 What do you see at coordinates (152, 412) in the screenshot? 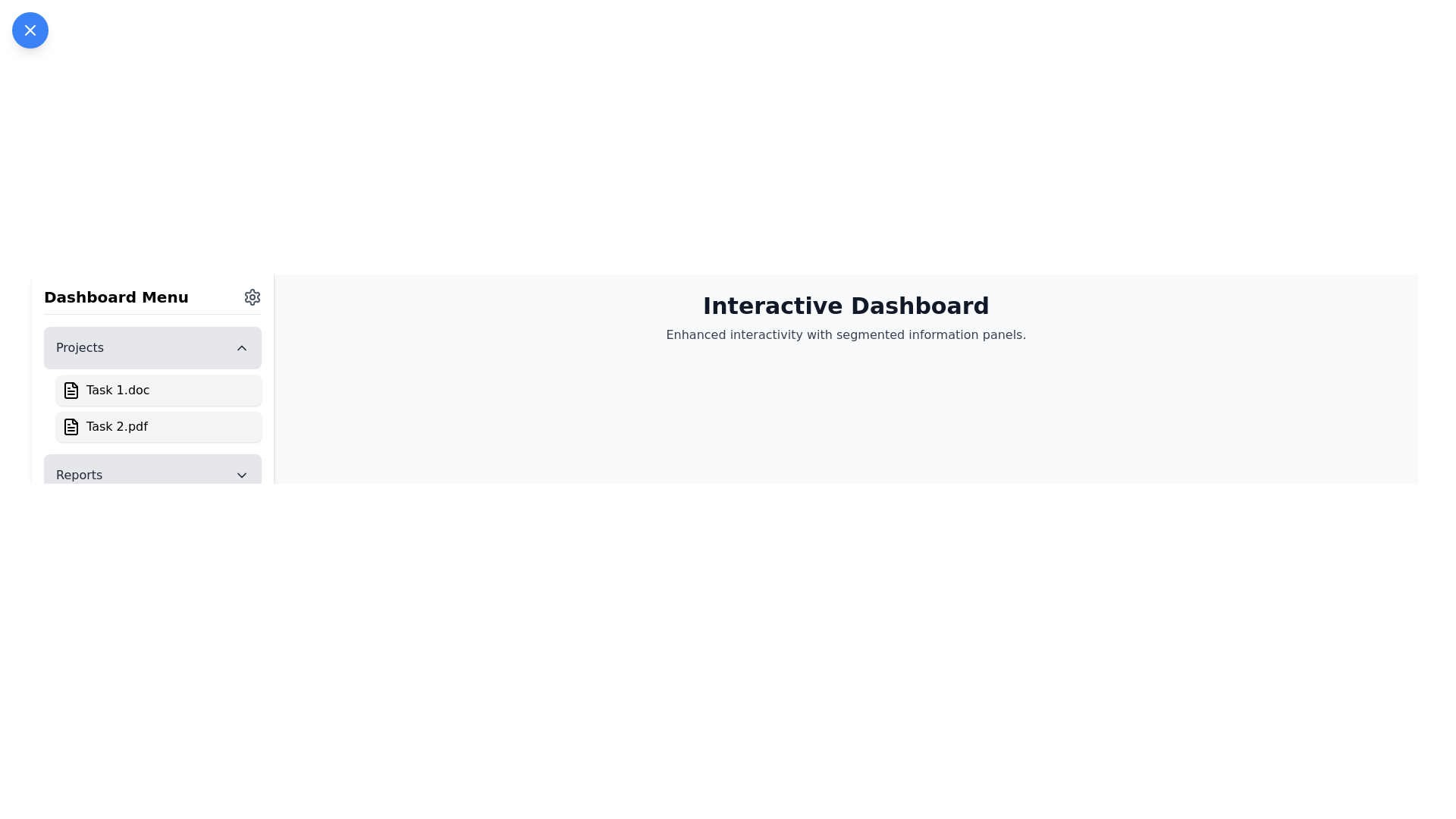
I see `the list item labeled 'Task 2.pdf' in the Projects section` at bounding box center [152, 412].